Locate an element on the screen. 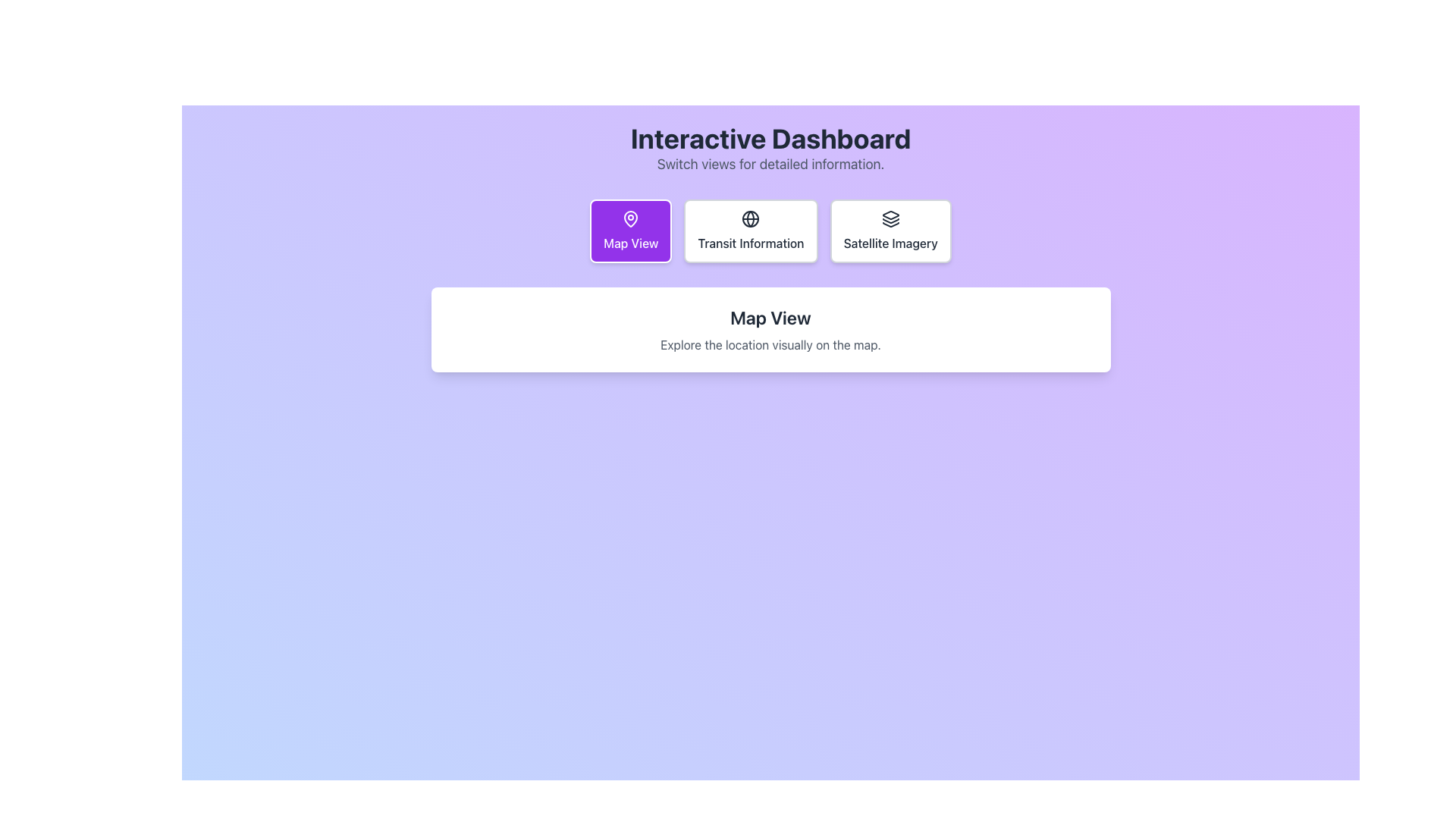 Image resolution: width=1456 pixels, height=819 pixels. the dark semi-abstract trapezoid graphic within the 'Satellite Imagery' button, which is the third option in the horizontal navigation bar under 'Interactive Dashboard' is located at coordinates (890, 215).